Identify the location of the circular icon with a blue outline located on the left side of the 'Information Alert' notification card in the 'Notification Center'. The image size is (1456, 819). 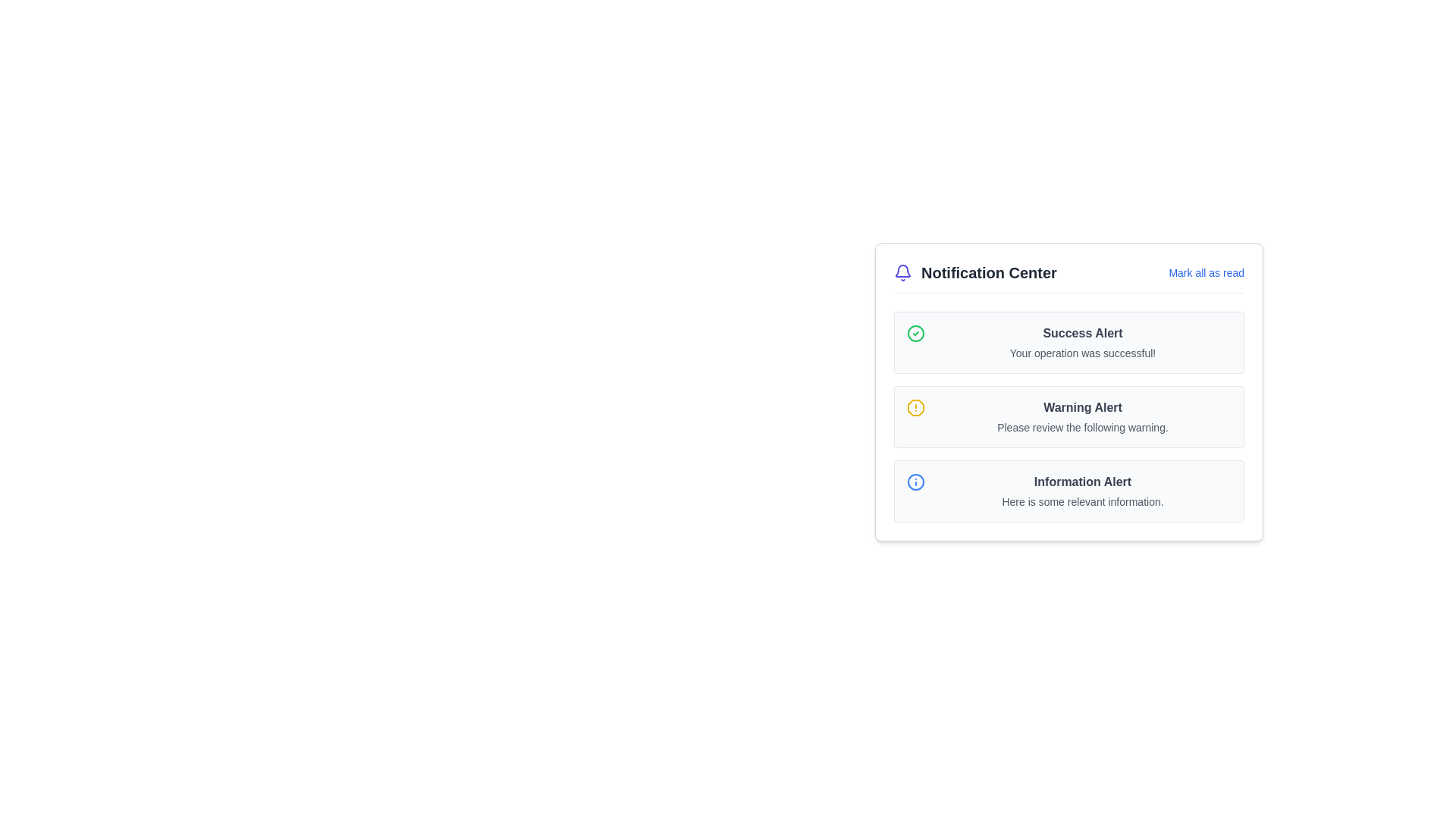
(915, 482).